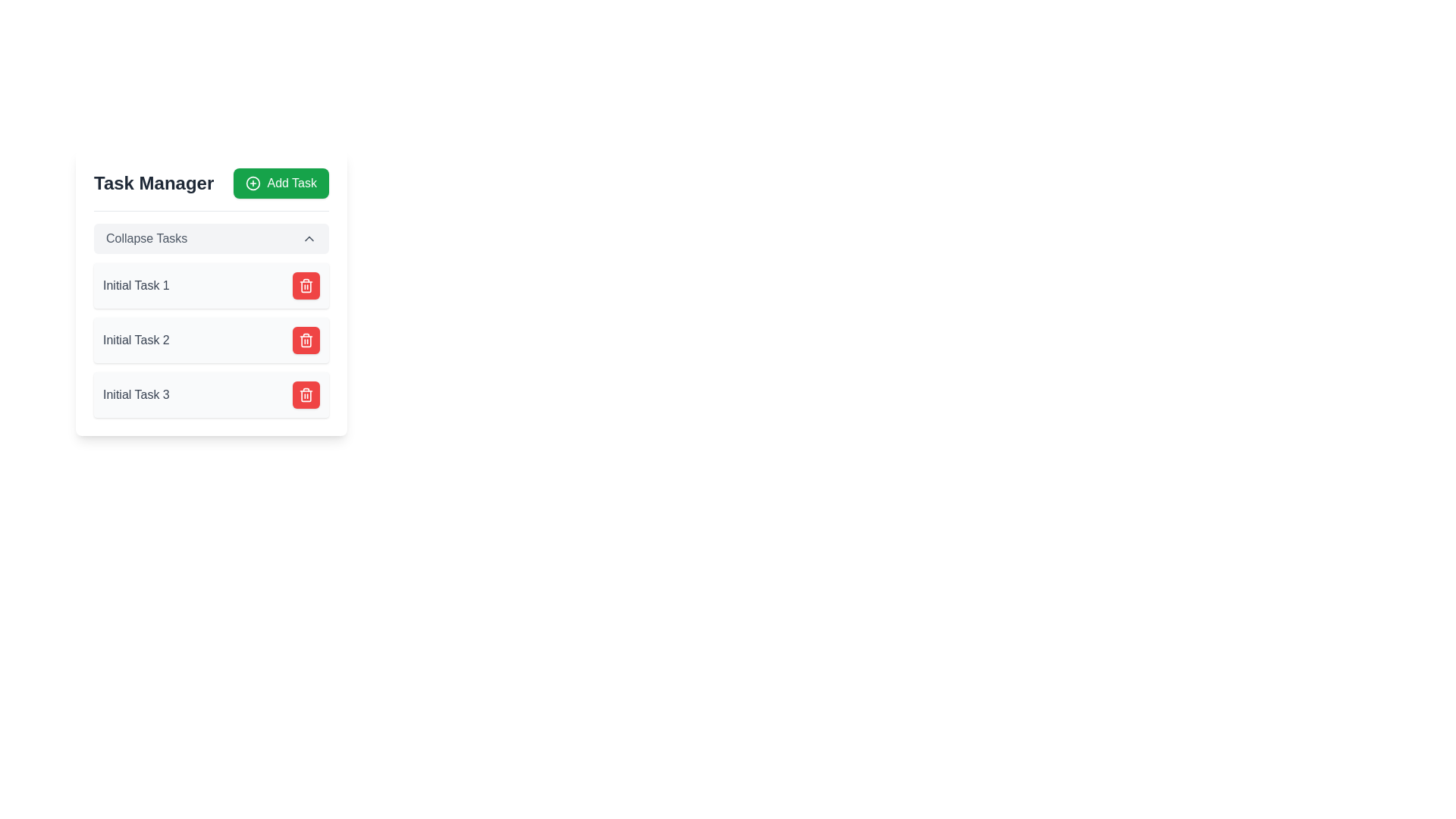 This screenshot has height=819, width=1456. What do you see at coordinates (136, 339) in the screenshot?
I see `the Text Label displaying the name or description of the second task in the list, located between 'Initial Task 1' and 'Initial Task 3'` at bounding box center [136, 339].